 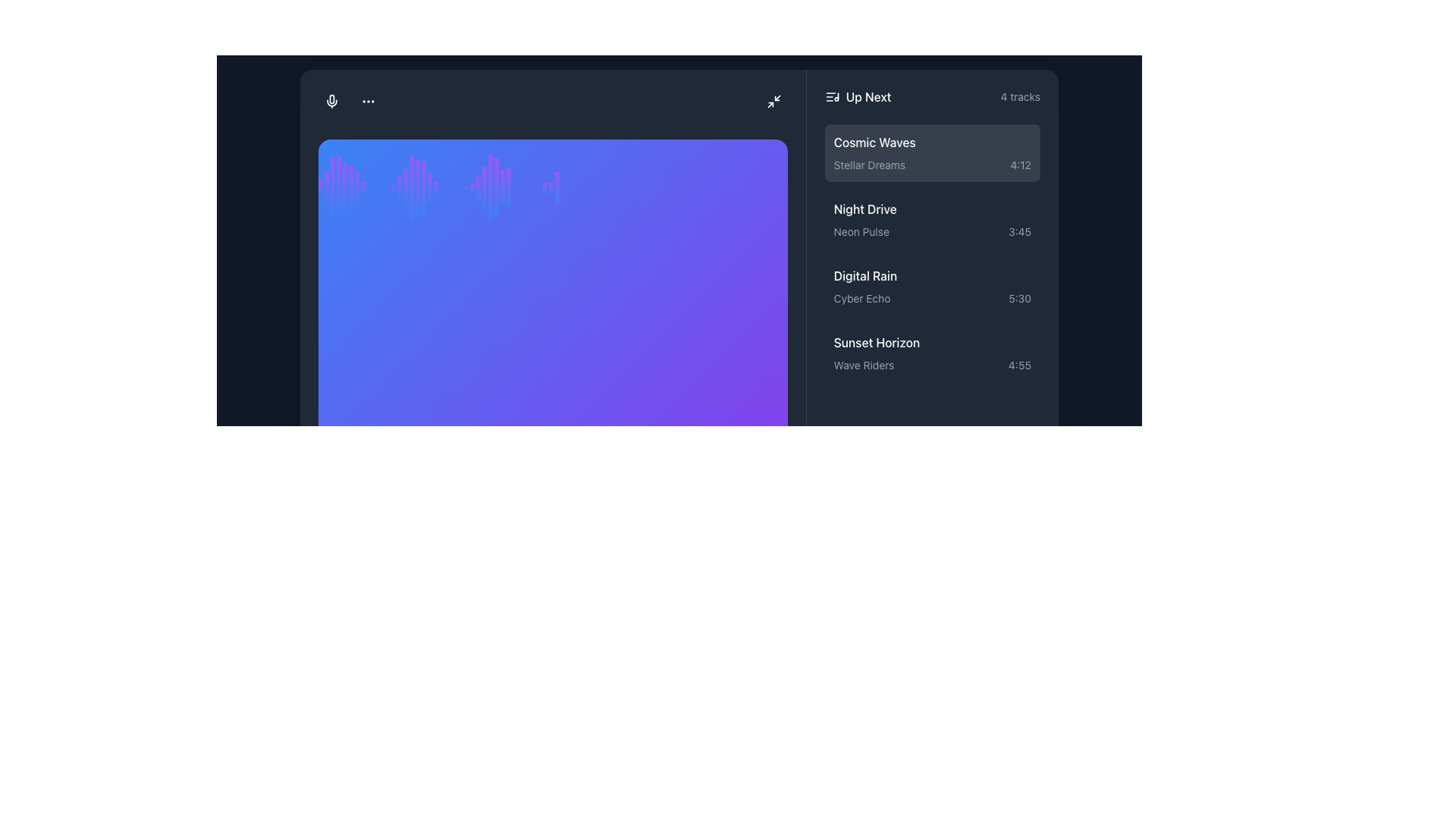 I want to click on the first graphical bar, which is a tall, narrow rectangle with a gradient from blue to purple, so click(x=319, y=186).